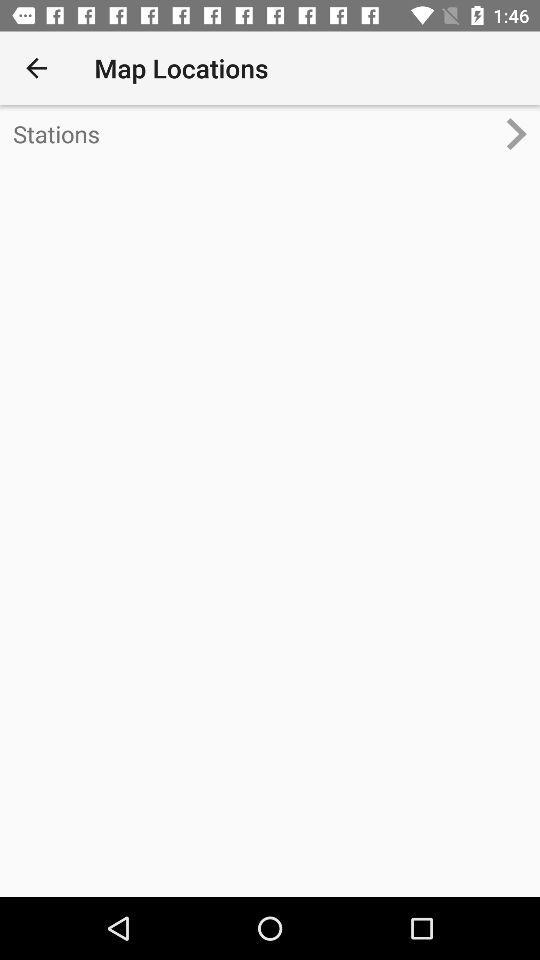  Describe the element at coordinates (253, 133) in the screenshot. I see `stations item` at that location.